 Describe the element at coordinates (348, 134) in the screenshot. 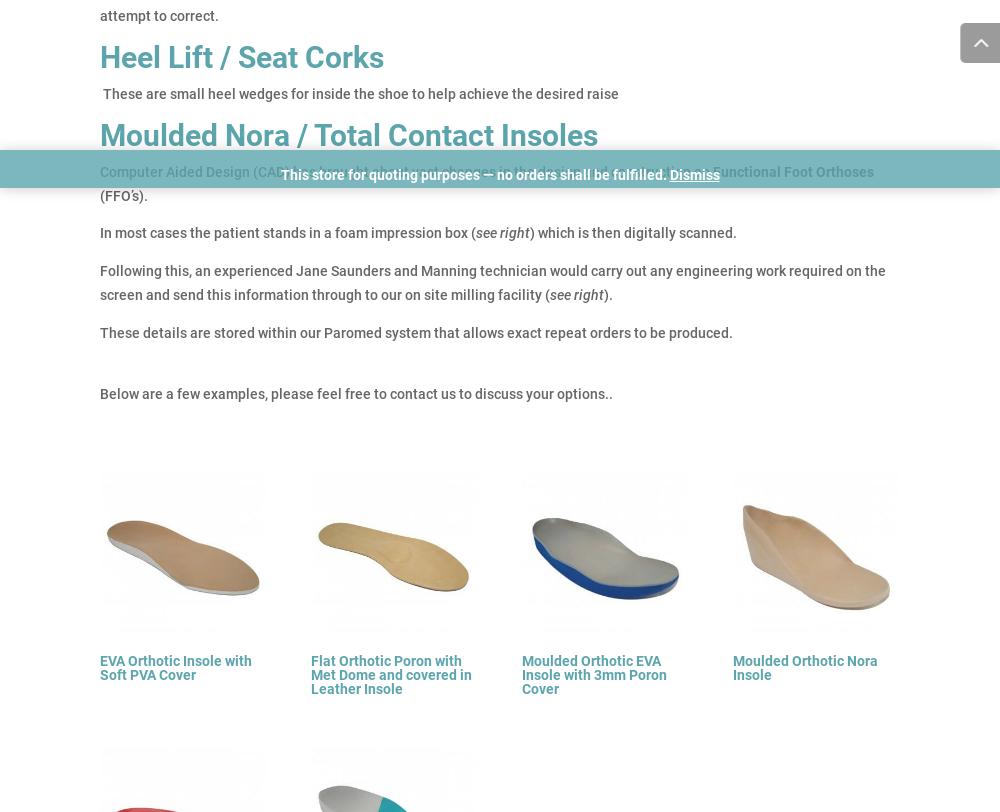

I see `'Moulded Nora / Total Contact Insoles'` at that location.